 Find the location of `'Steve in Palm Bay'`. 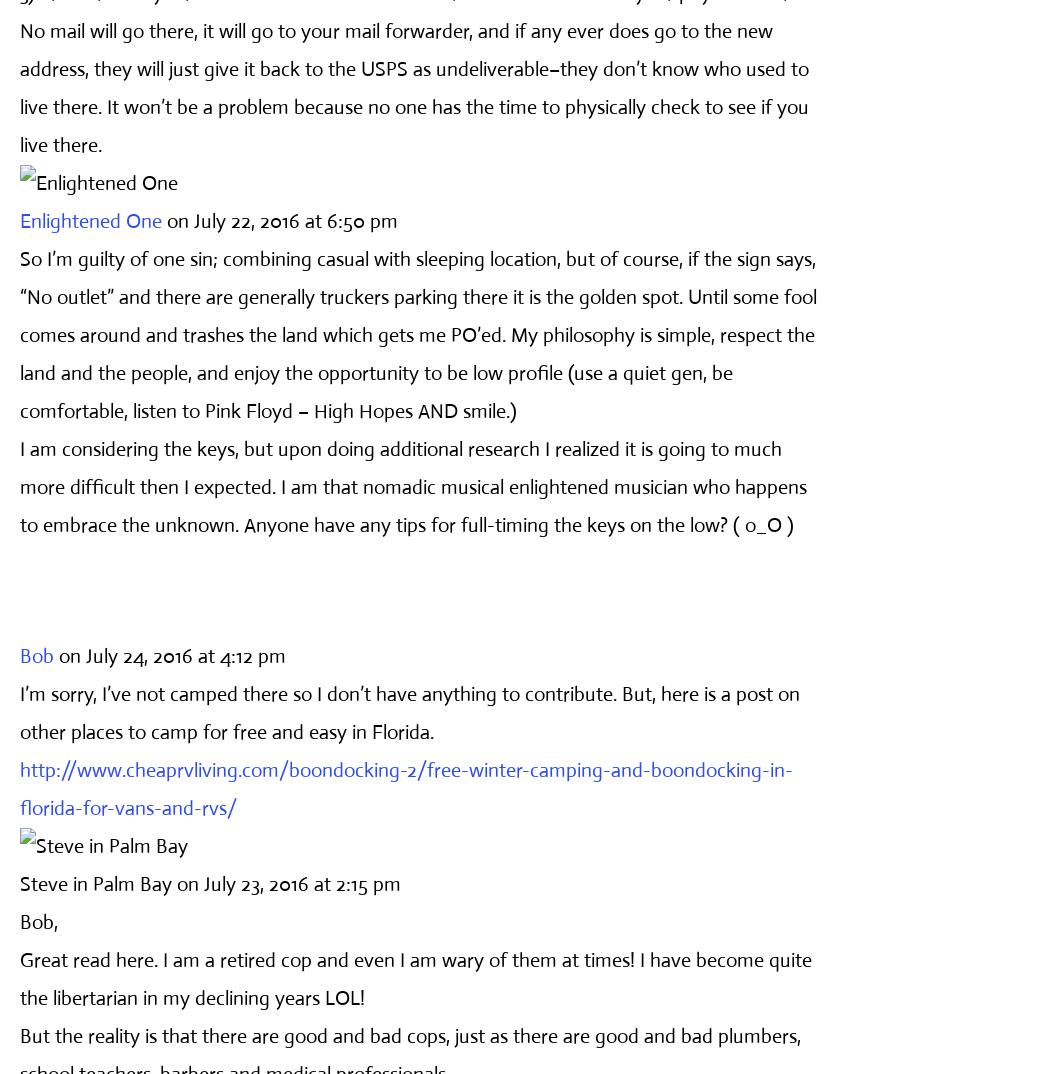

'Steve in Palm Bay' is located at coordinates (95, 882).